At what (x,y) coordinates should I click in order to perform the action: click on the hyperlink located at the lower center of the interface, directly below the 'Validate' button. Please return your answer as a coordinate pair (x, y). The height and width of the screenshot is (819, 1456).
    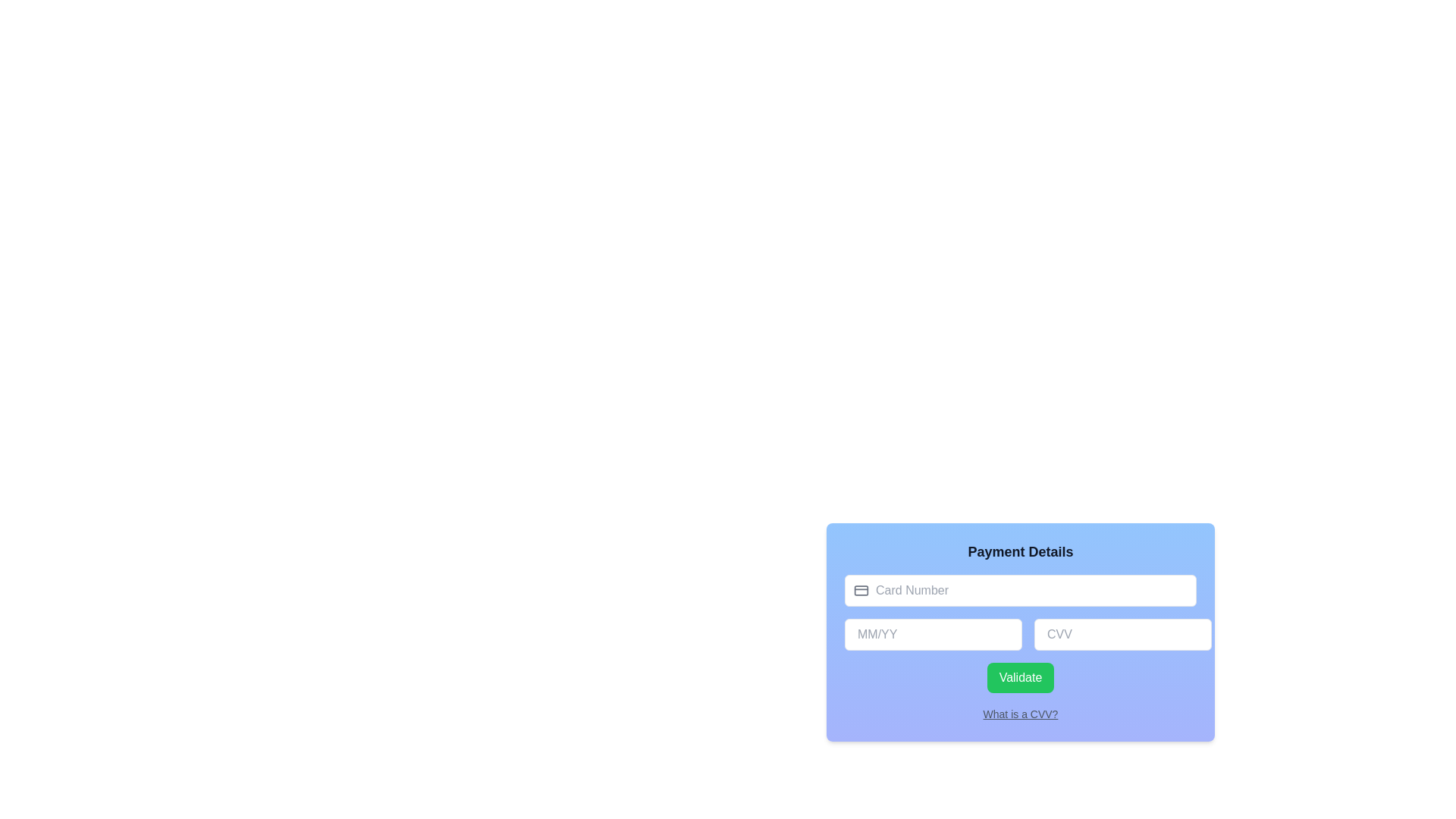
    Looking at the image, I should click on (1020, 714).